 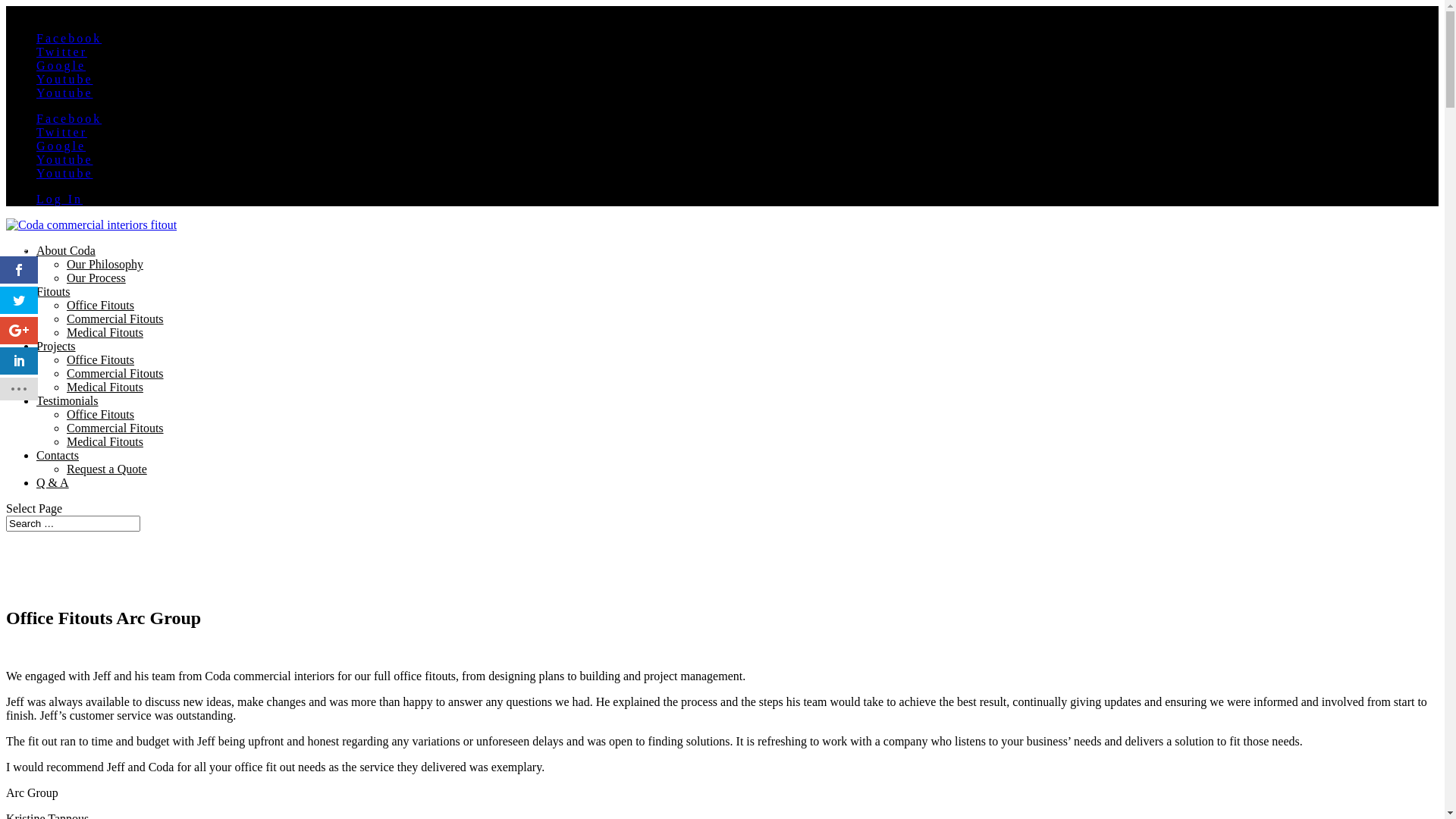 What do you see at coordinates (68, 37) in the screenshot?
I see `'Facebook'` at bounding box center [68, 37].